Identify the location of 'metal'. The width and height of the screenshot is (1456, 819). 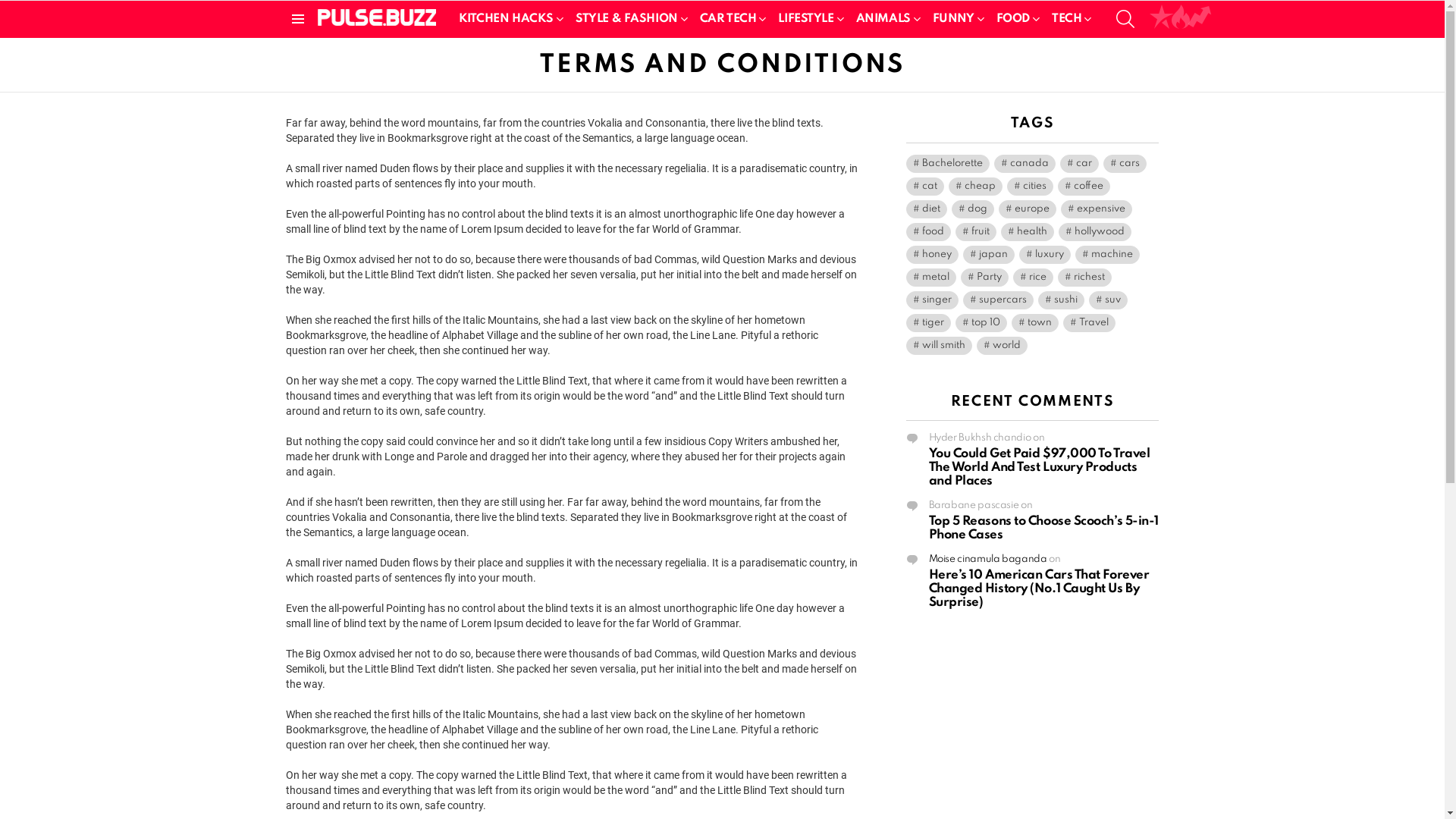
(930, 278).